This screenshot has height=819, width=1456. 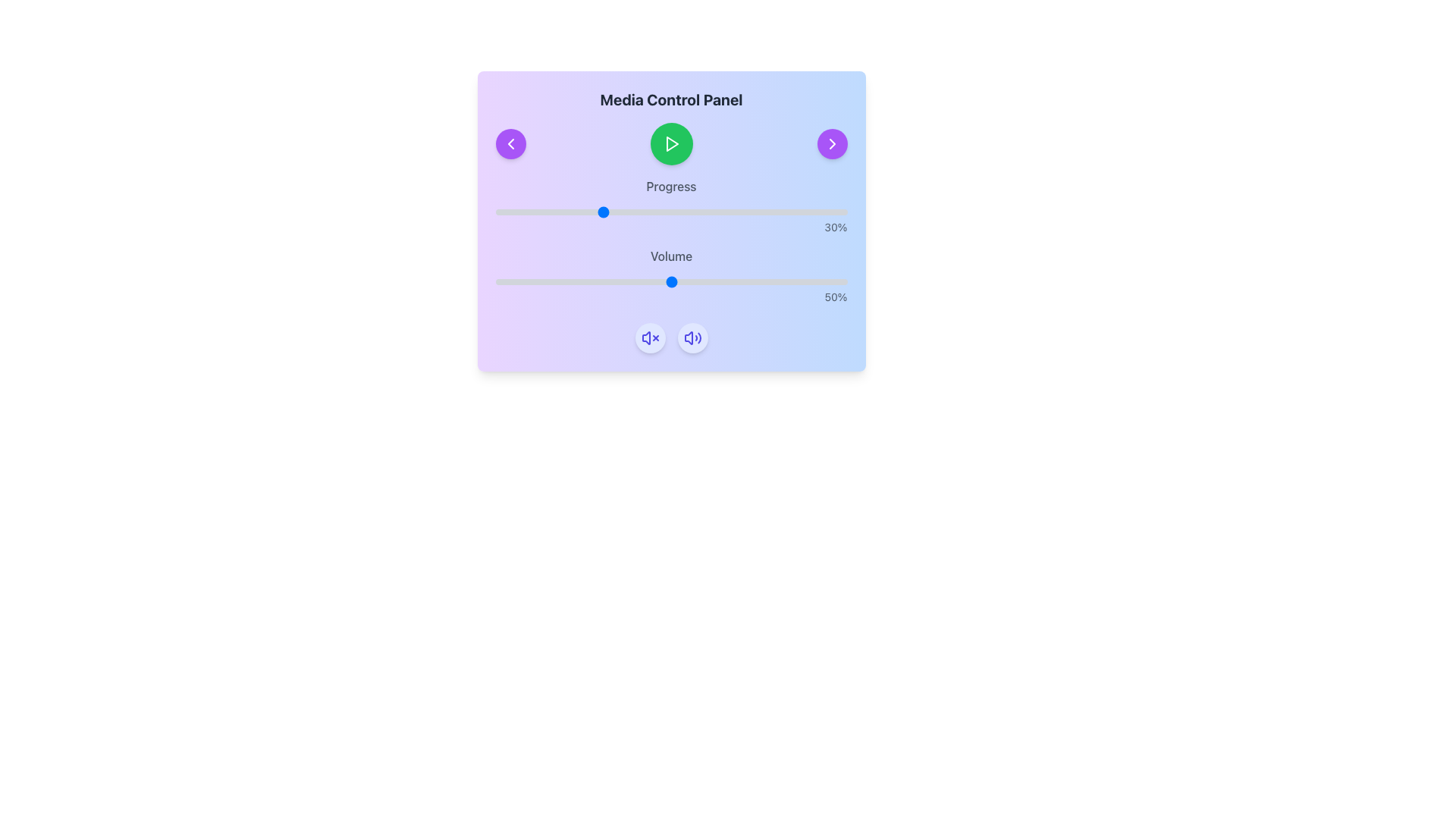 What do you see at coordinates (538, 212) in the screenshot?
I see `progress` at bounding box center [538, 212].